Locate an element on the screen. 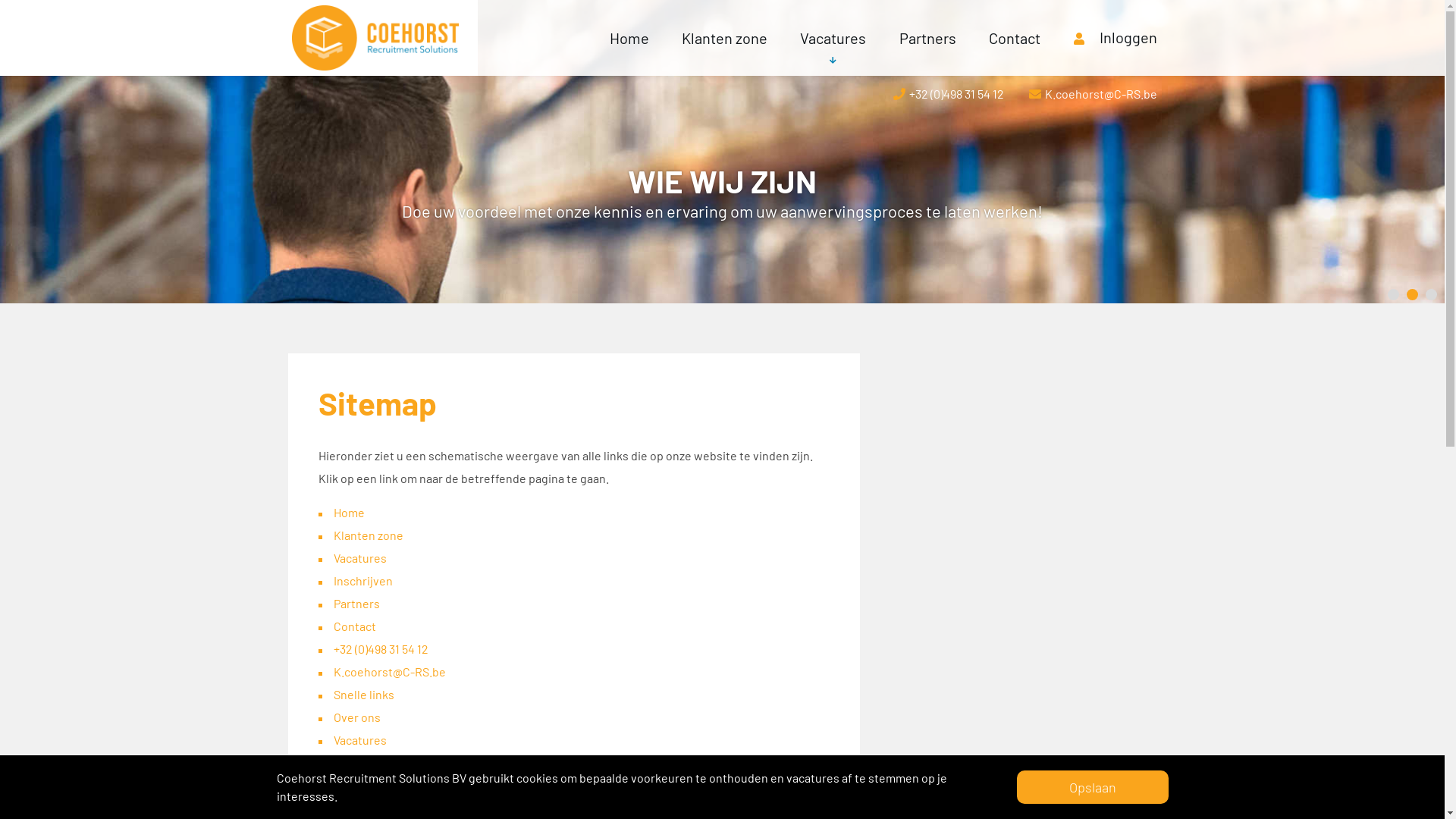 This screenshot has width=1456, height=819. 'Inschrijven' is located at coordinates (362, 580).